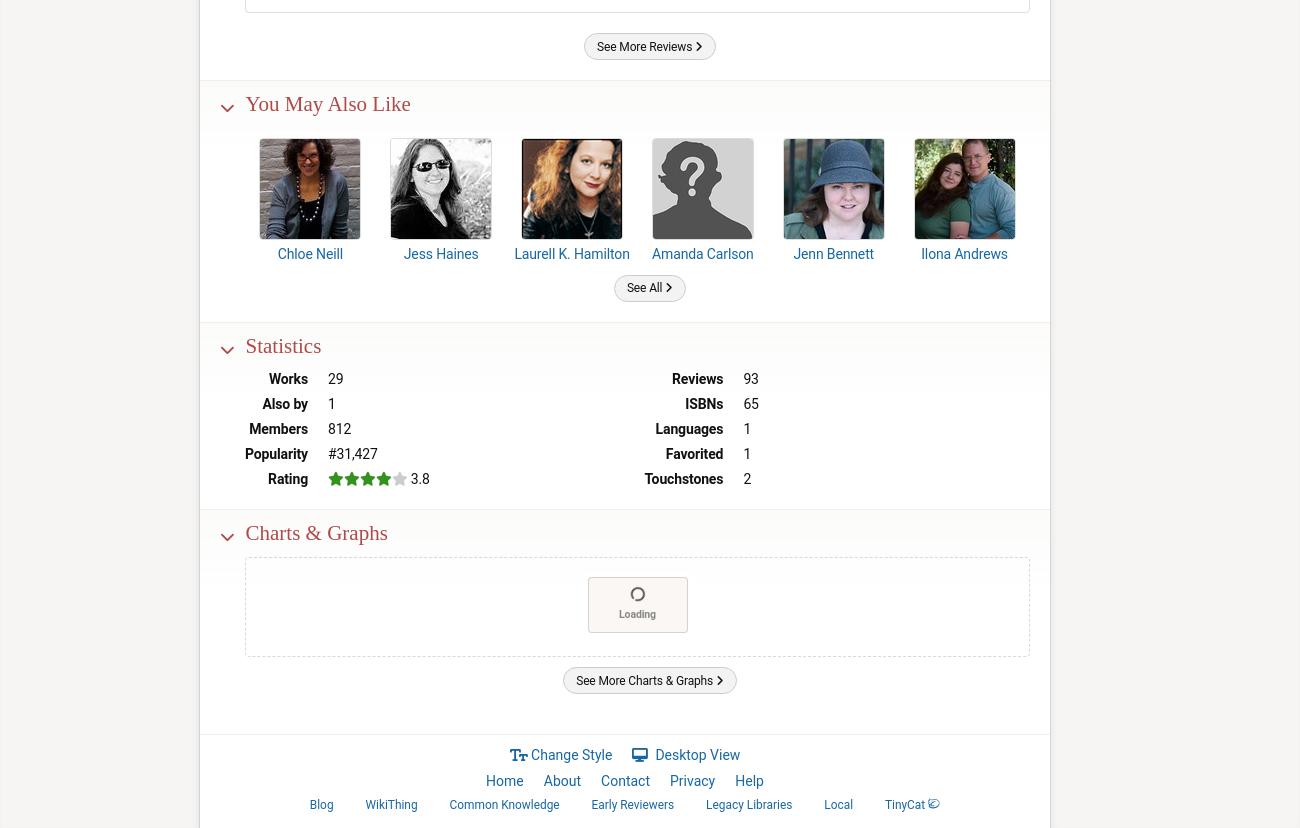 The width and height of the screenshot is (1300, 828). What do you see at coordinates (688, 428) in the screenshot?
I see `'Languages'` at bounding box center [688, 428].